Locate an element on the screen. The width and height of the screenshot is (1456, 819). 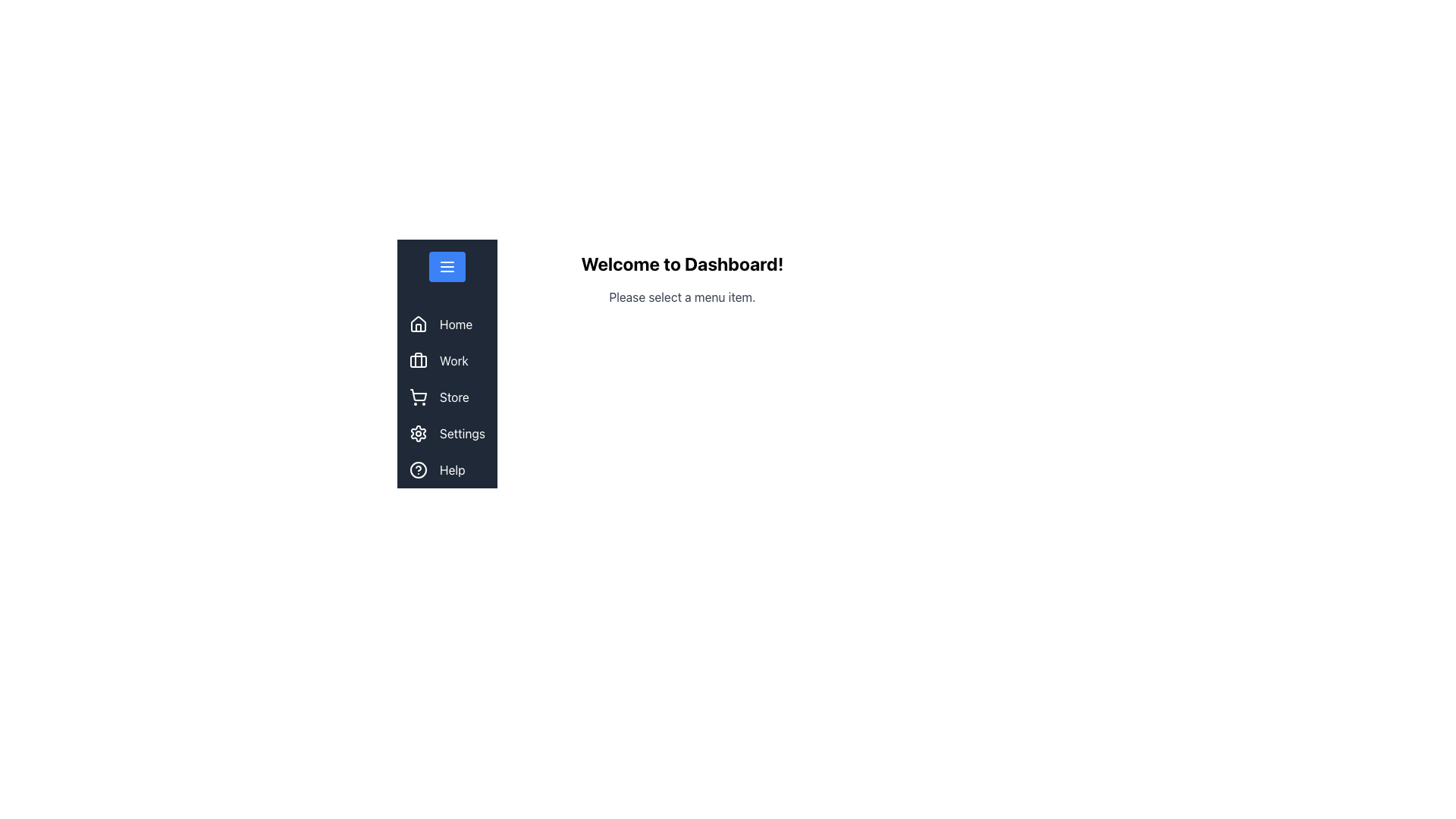
the briefcase icon located adjacent to the text 'Work' in the vertical sidebar menu is located at coordinates (419, 360).